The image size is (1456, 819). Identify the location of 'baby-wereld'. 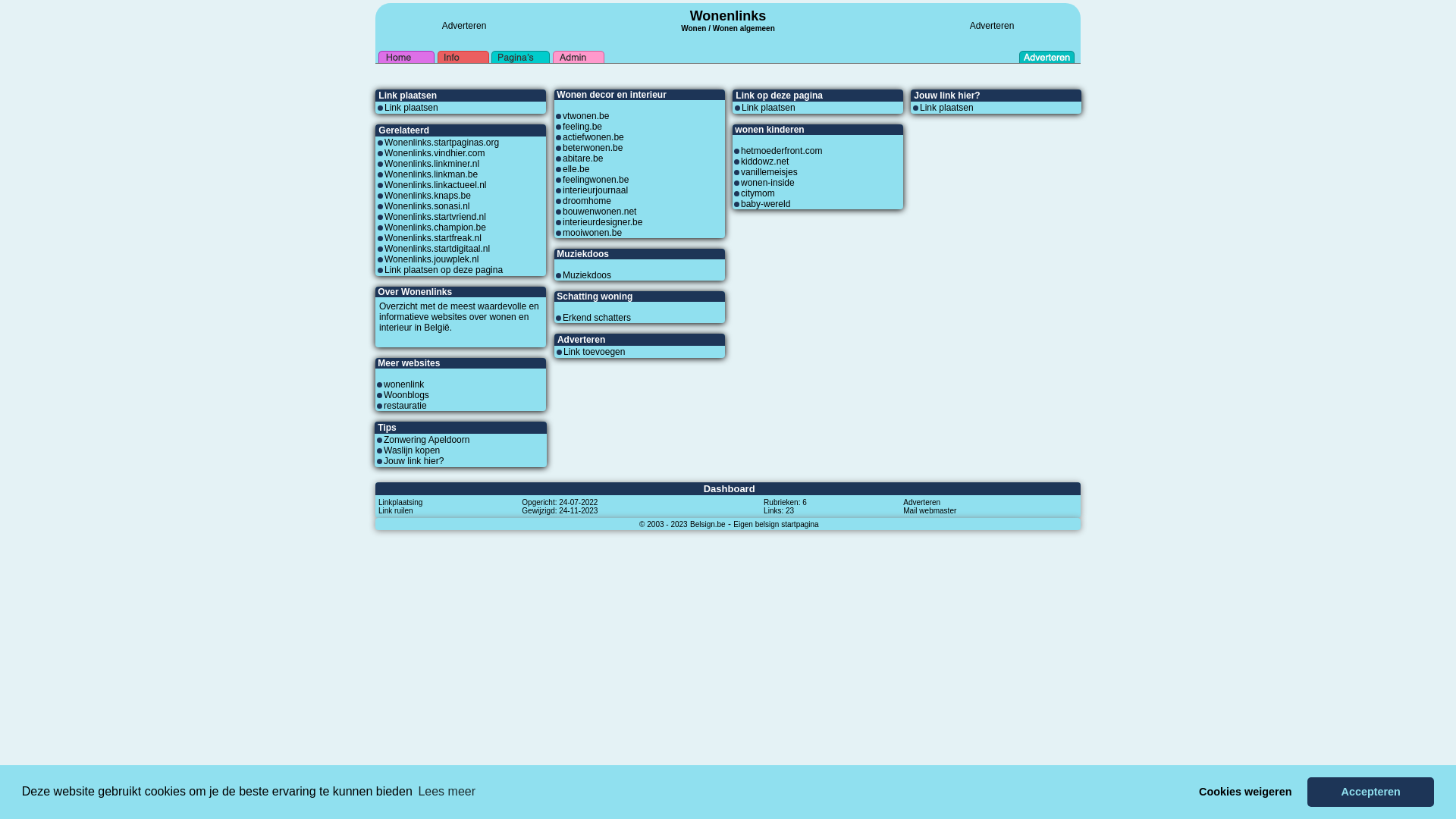
(765, 203).